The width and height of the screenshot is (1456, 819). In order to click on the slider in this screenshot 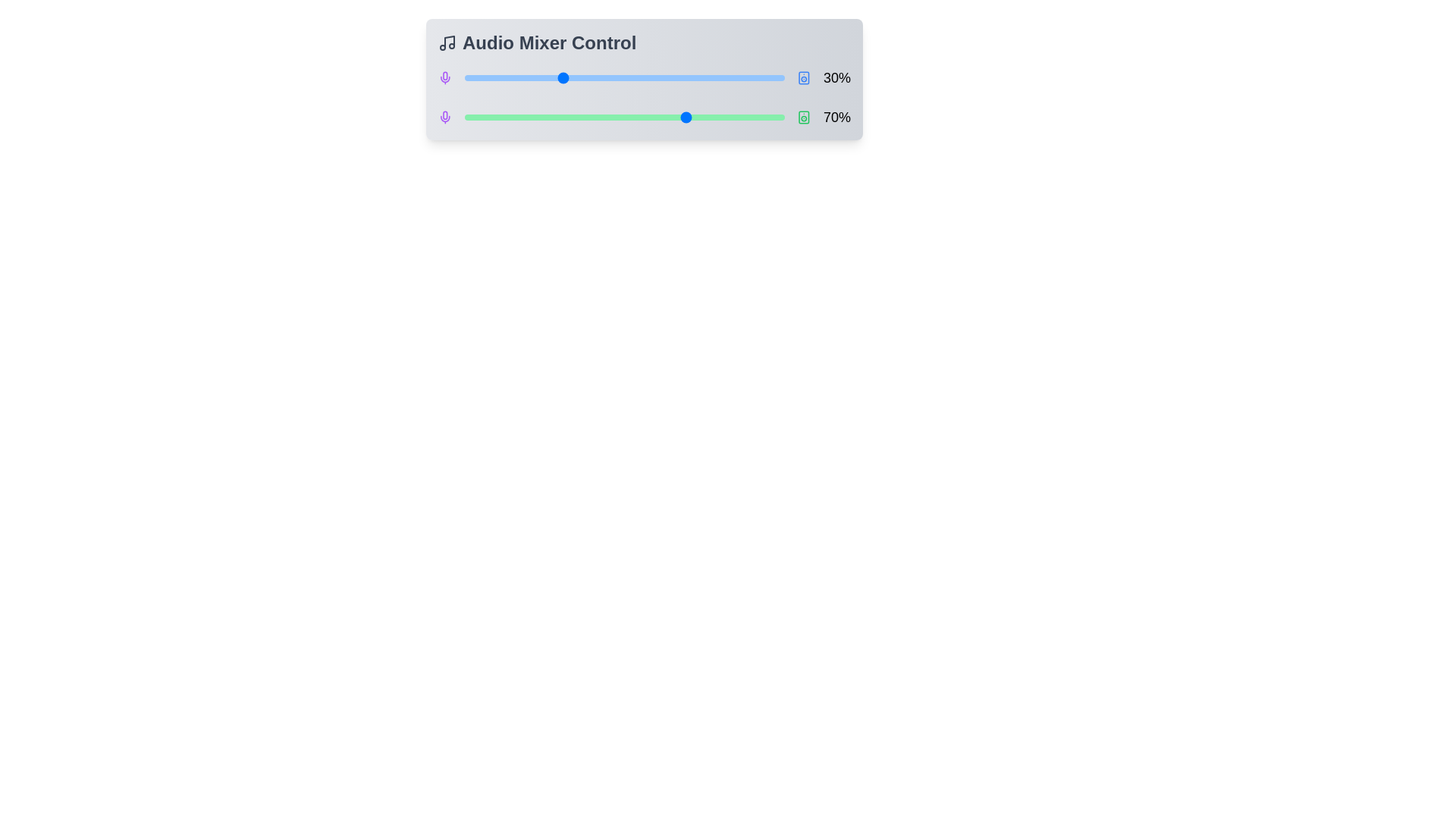, I will do `click(473, 116)`.